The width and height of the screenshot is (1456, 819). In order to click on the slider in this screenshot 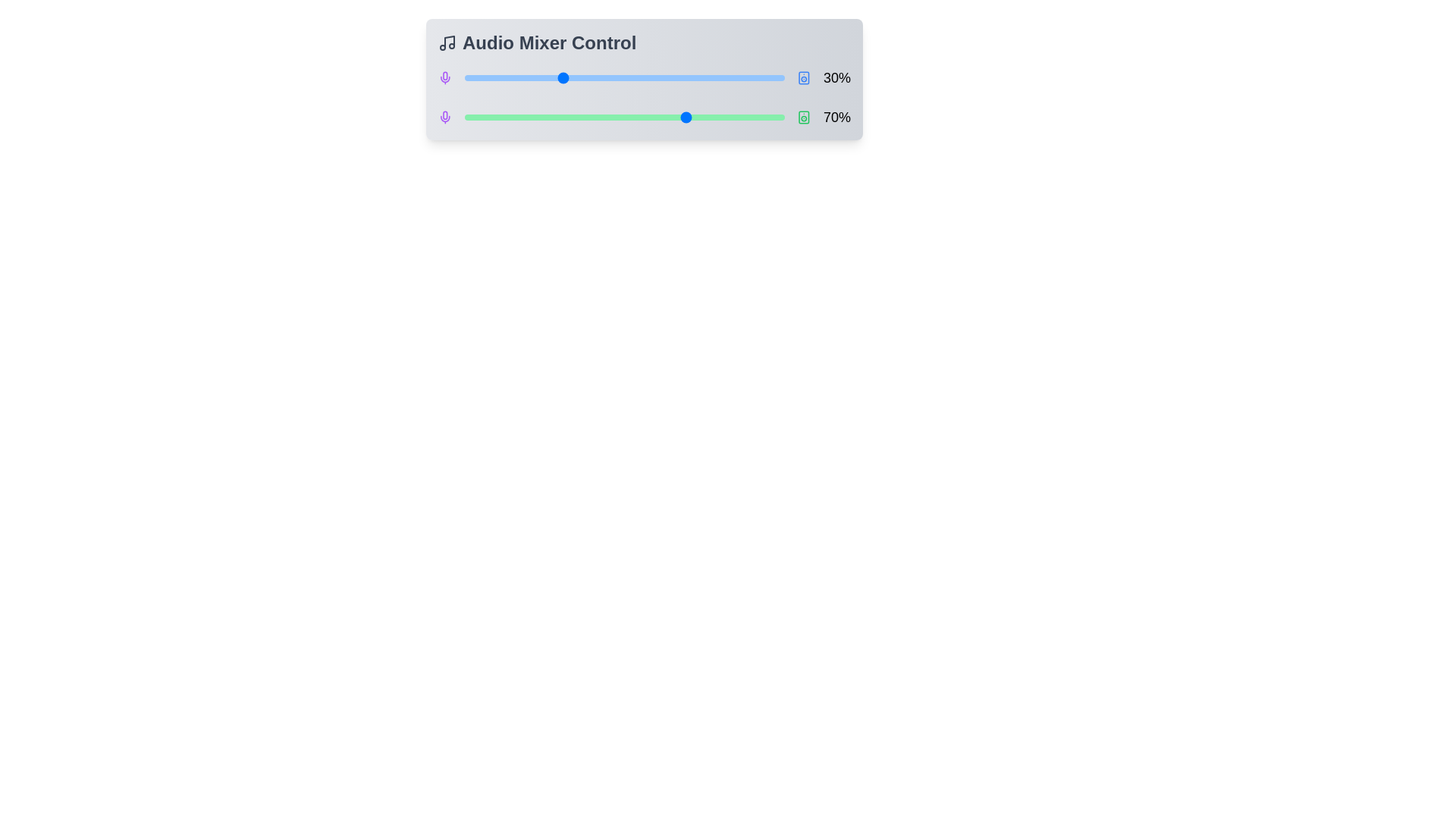, I will do `click(473, 116)`.